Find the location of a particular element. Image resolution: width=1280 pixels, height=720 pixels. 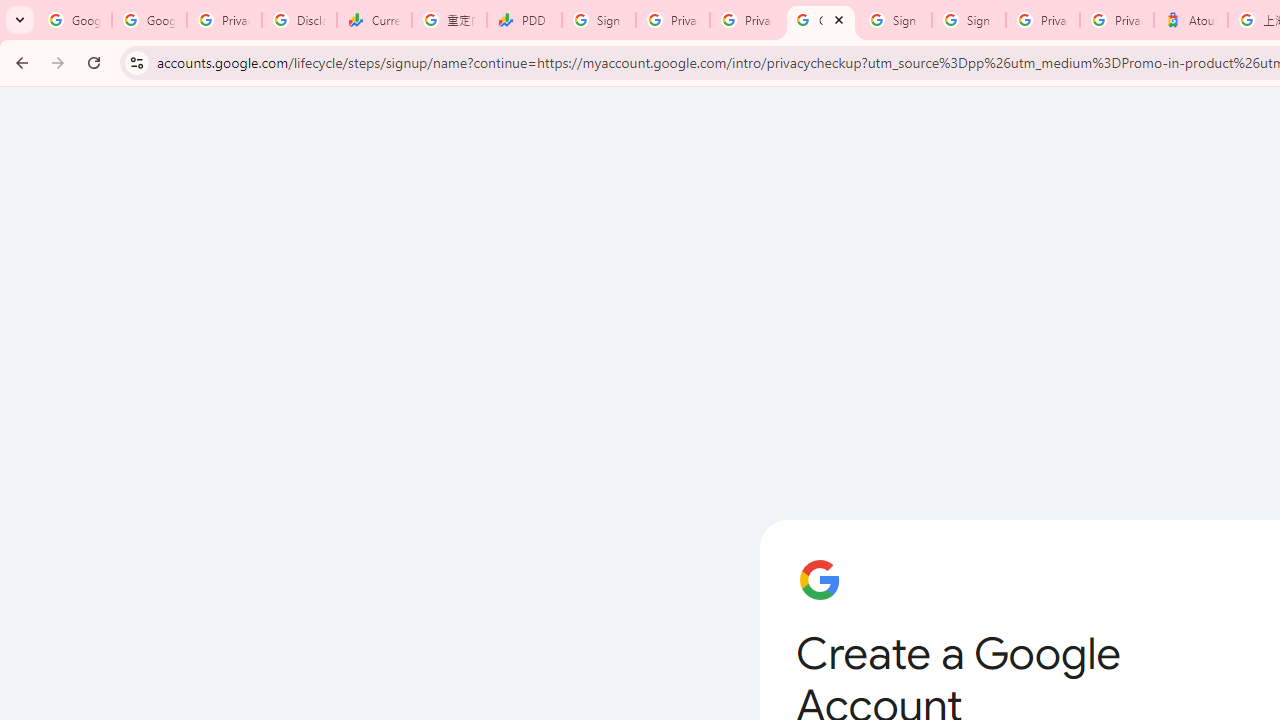

'Close' is located at coordinates (839, 19).